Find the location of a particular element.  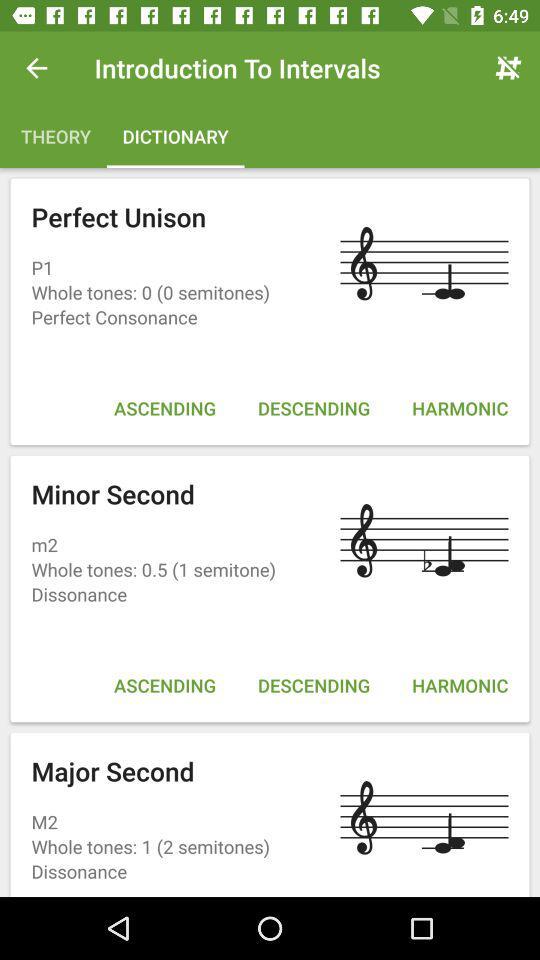

the item next to introduction to intervals item is located at coordinates (508, 68).